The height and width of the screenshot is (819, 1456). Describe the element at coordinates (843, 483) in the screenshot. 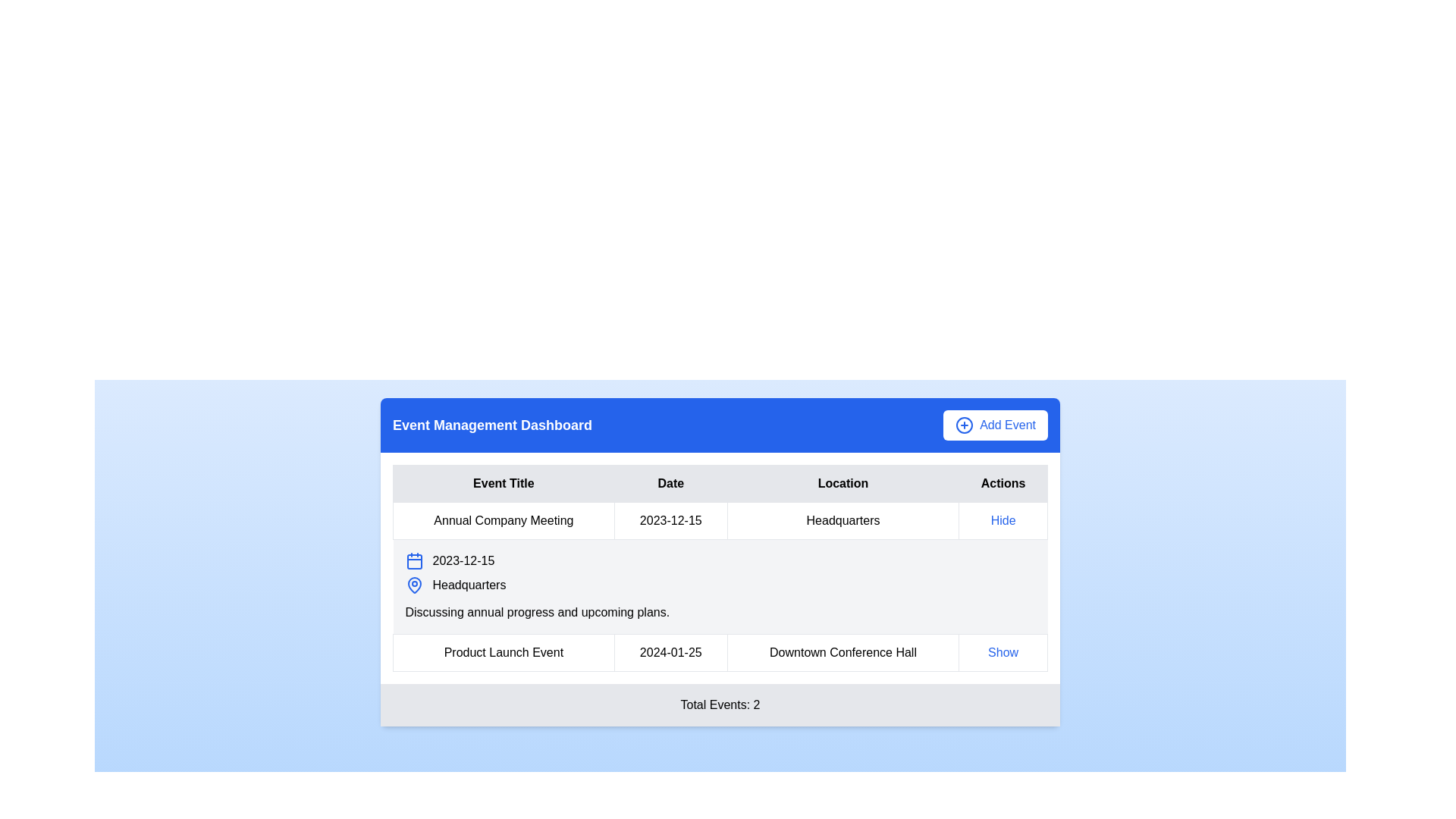

I see `the 'Location' Table Header Cell, which is the third column in the header row of a tabular interface, displaying the text 'Location' with a light gray background` at that location.